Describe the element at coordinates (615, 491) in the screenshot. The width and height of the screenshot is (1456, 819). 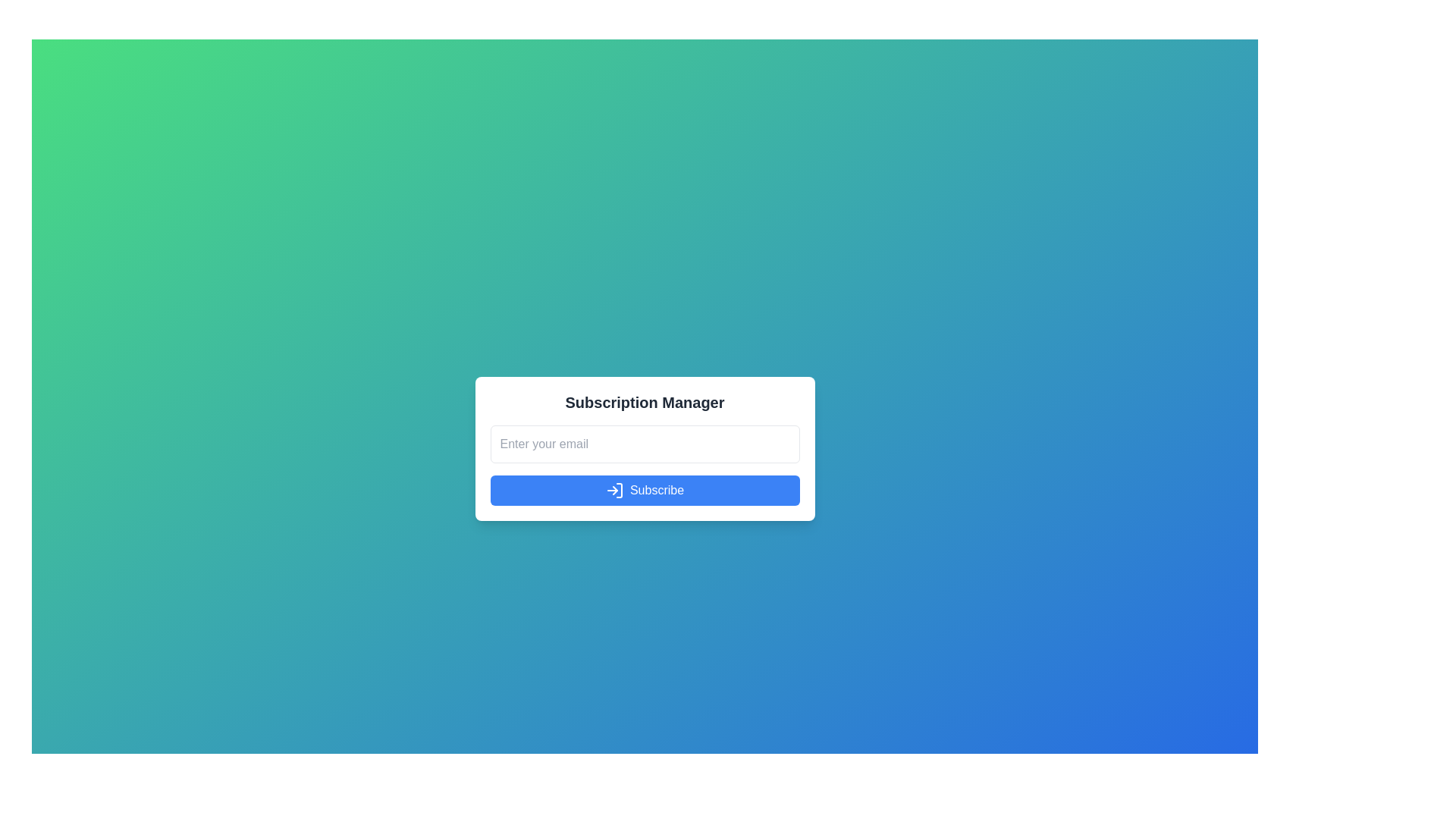
I see `the icon located inside the 'Subscribe' button, positioned to the left of the text` at that location.